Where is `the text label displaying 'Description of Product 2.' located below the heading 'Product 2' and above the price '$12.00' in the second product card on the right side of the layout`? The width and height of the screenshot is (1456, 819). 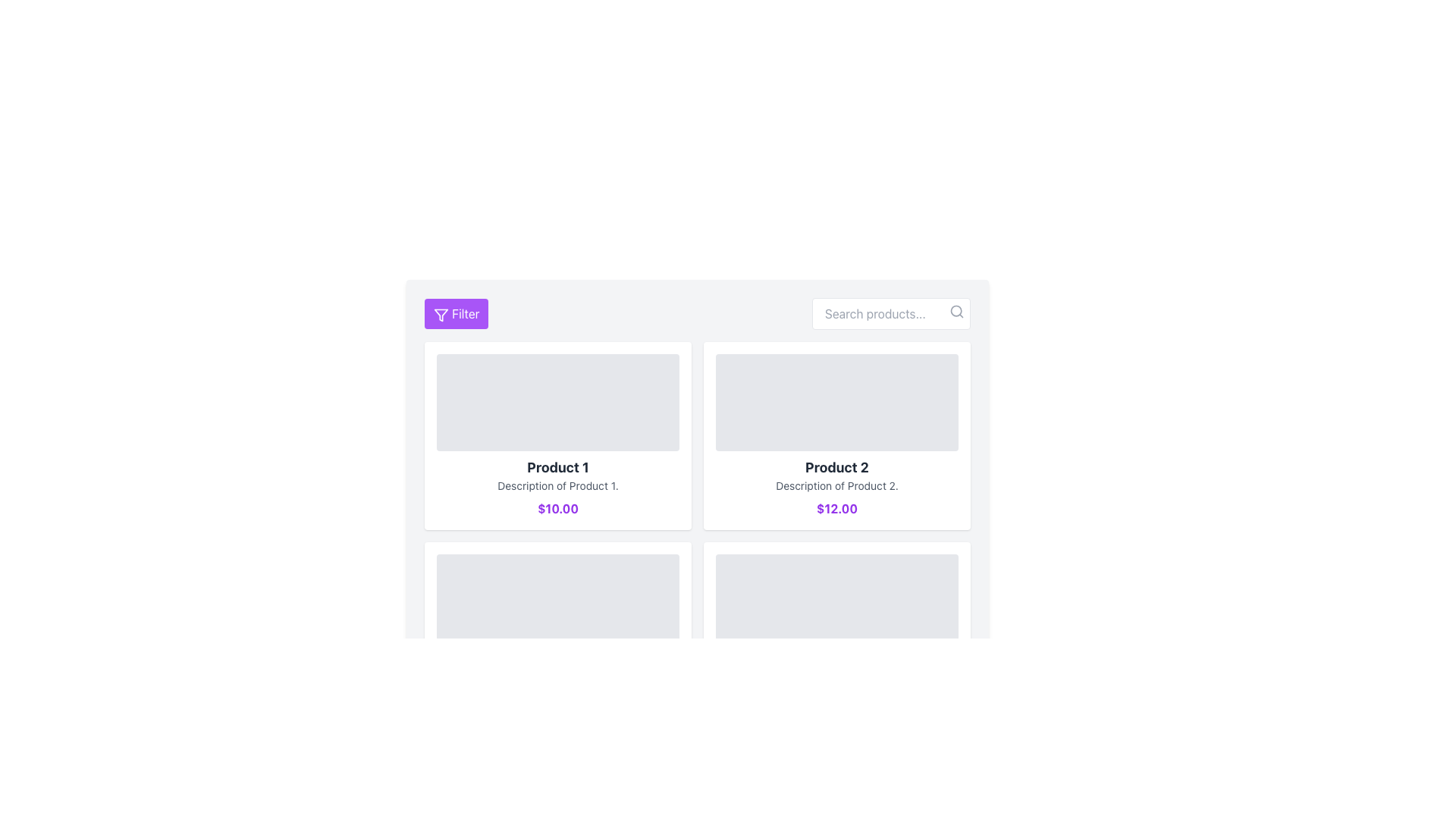
the text label displaying 'Description of Product 2.' located below the heading 'Product 2' and above the price '$12.00' in the second product card on the right side of the layout is located at coordinates (836, 485).